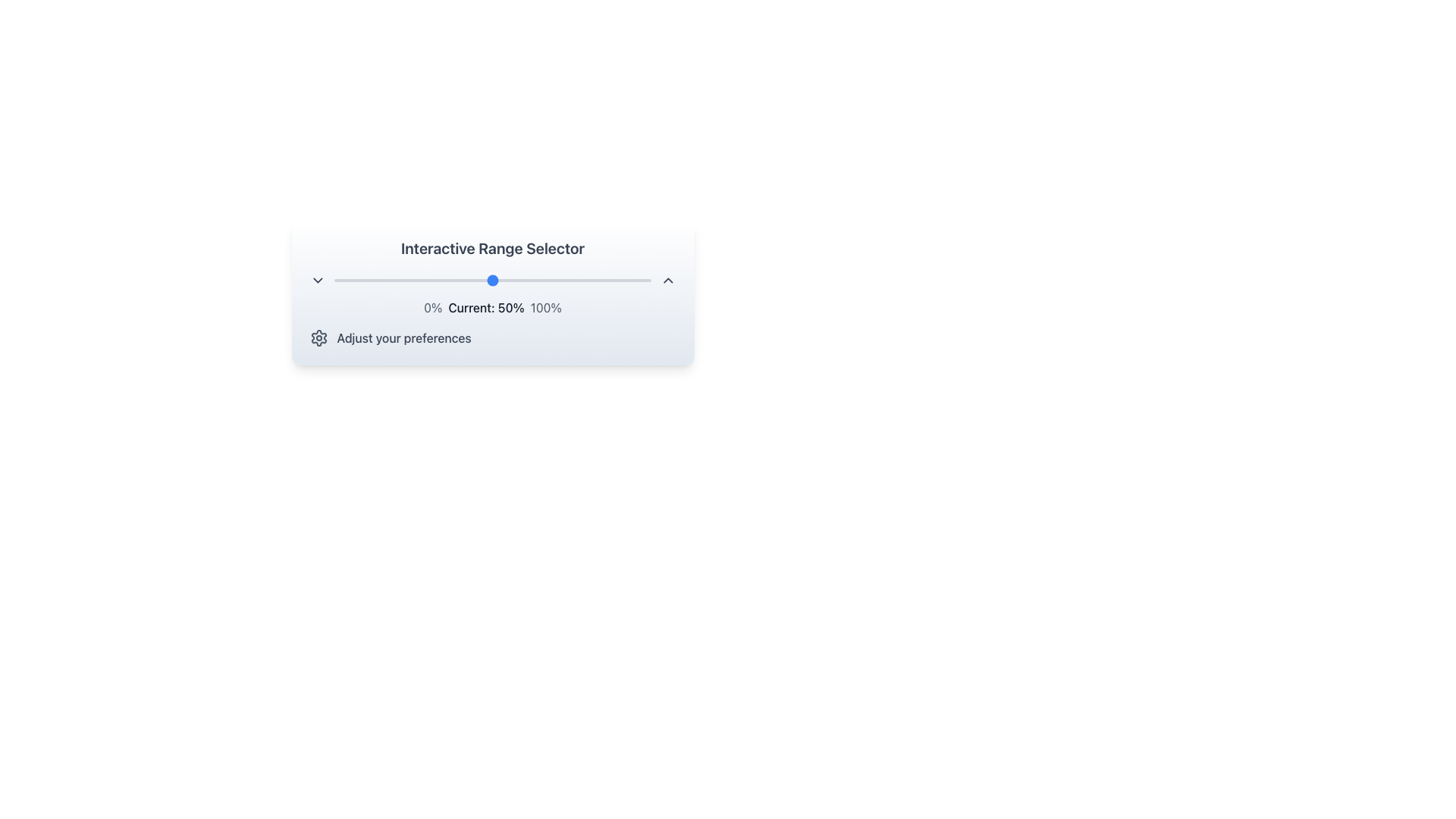 The image size is (1456, 819). Describe the element at coordinates (316, 281) in the screenshot. I see `the downward-facing chevron icon on the left side of the control bar` at that location.